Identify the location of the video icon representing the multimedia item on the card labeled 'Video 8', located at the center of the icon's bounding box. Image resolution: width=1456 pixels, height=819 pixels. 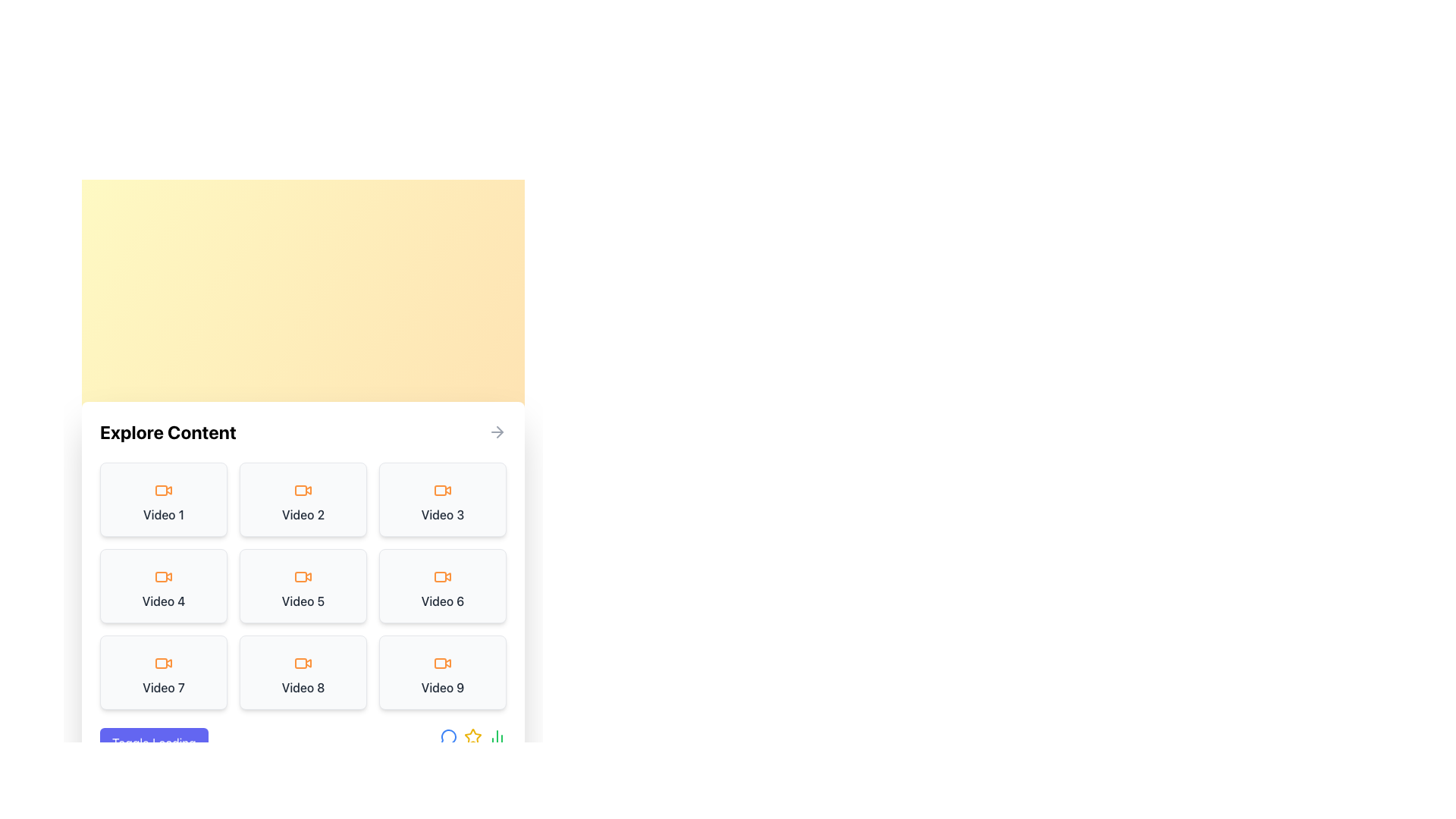
(303, 663).